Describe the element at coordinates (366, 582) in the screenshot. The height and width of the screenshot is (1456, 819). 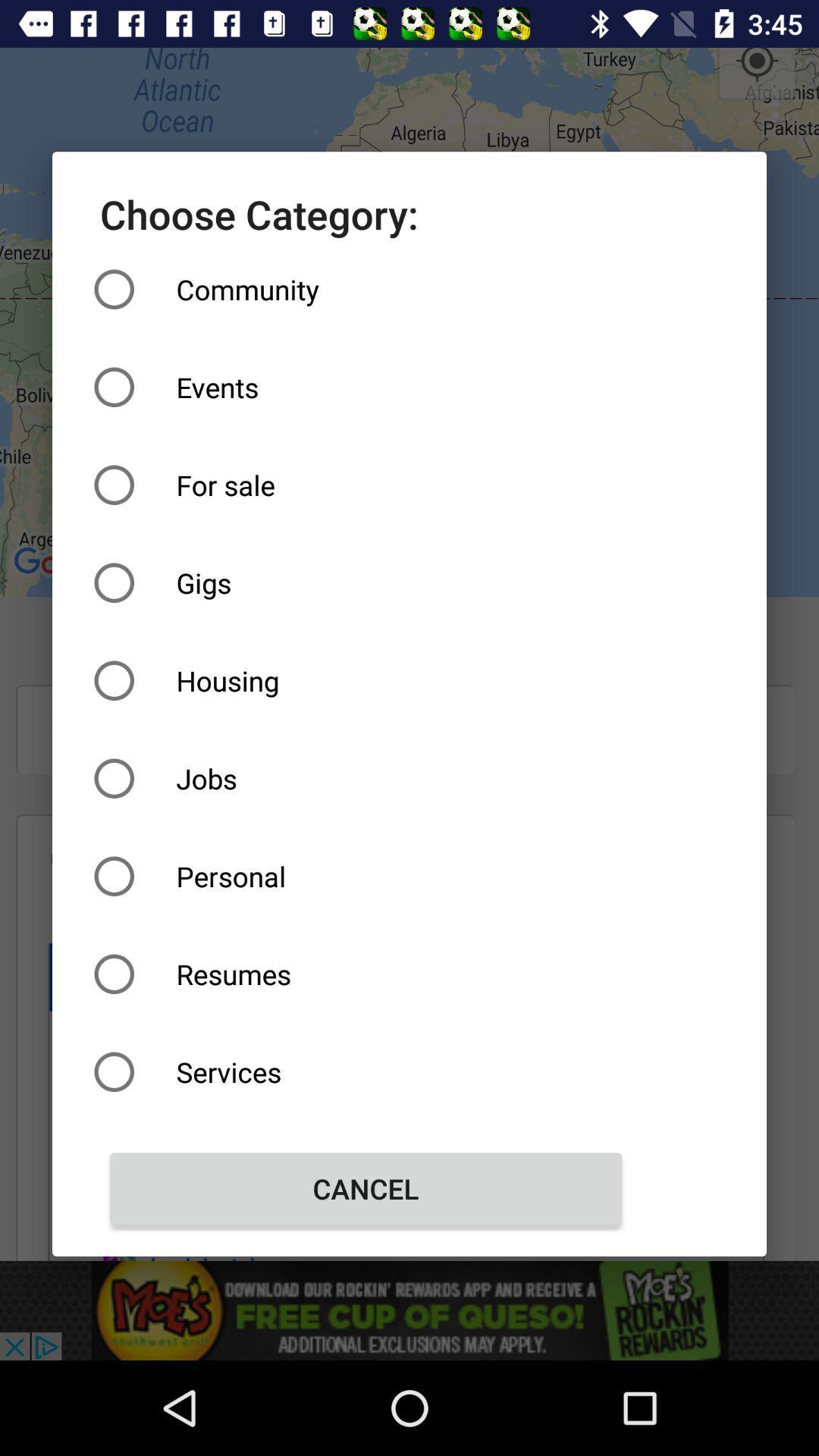
I see `the icon below the for sale` at that location.